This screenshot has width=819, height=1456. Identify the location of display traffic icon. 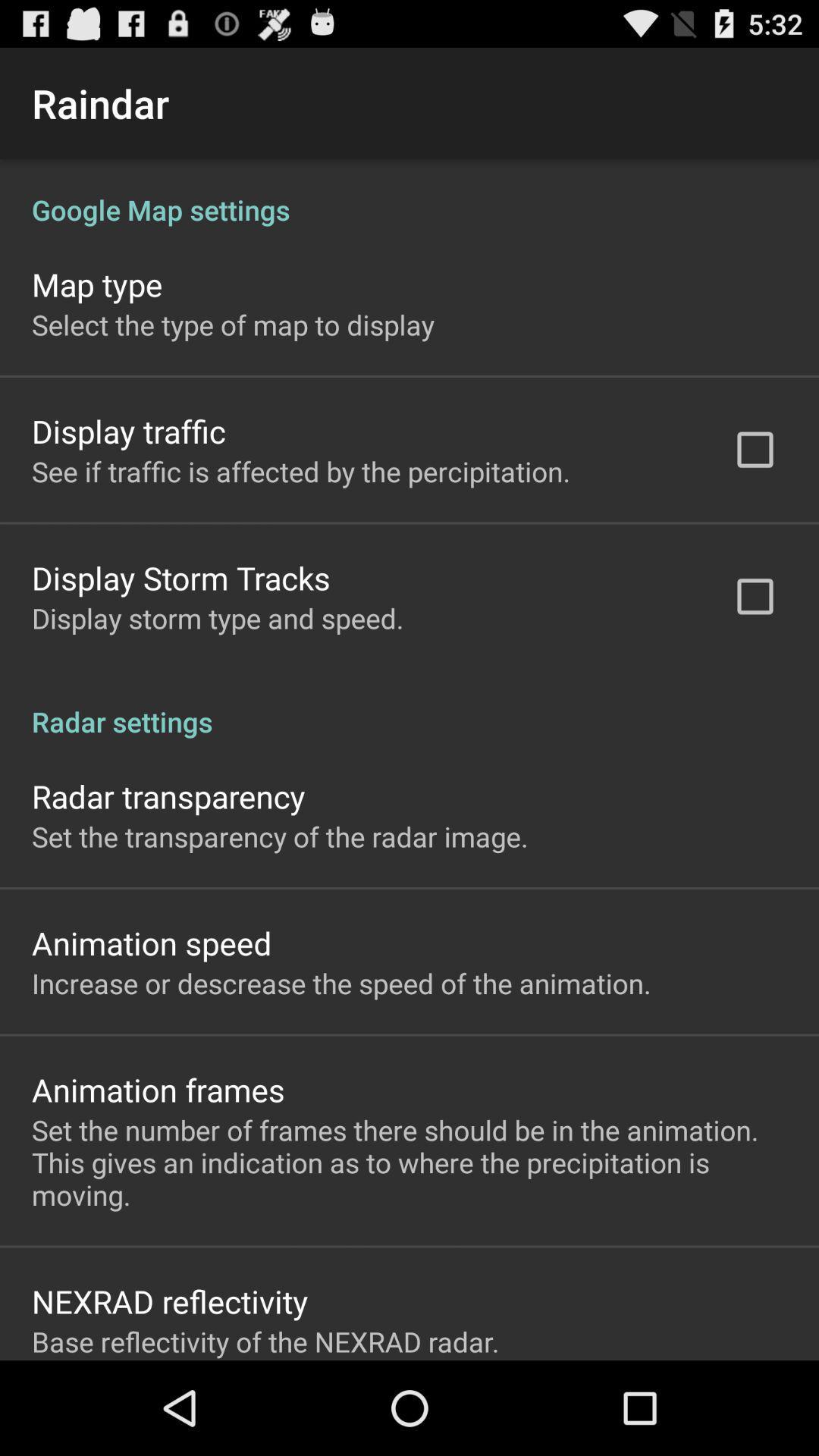
(127, 430).